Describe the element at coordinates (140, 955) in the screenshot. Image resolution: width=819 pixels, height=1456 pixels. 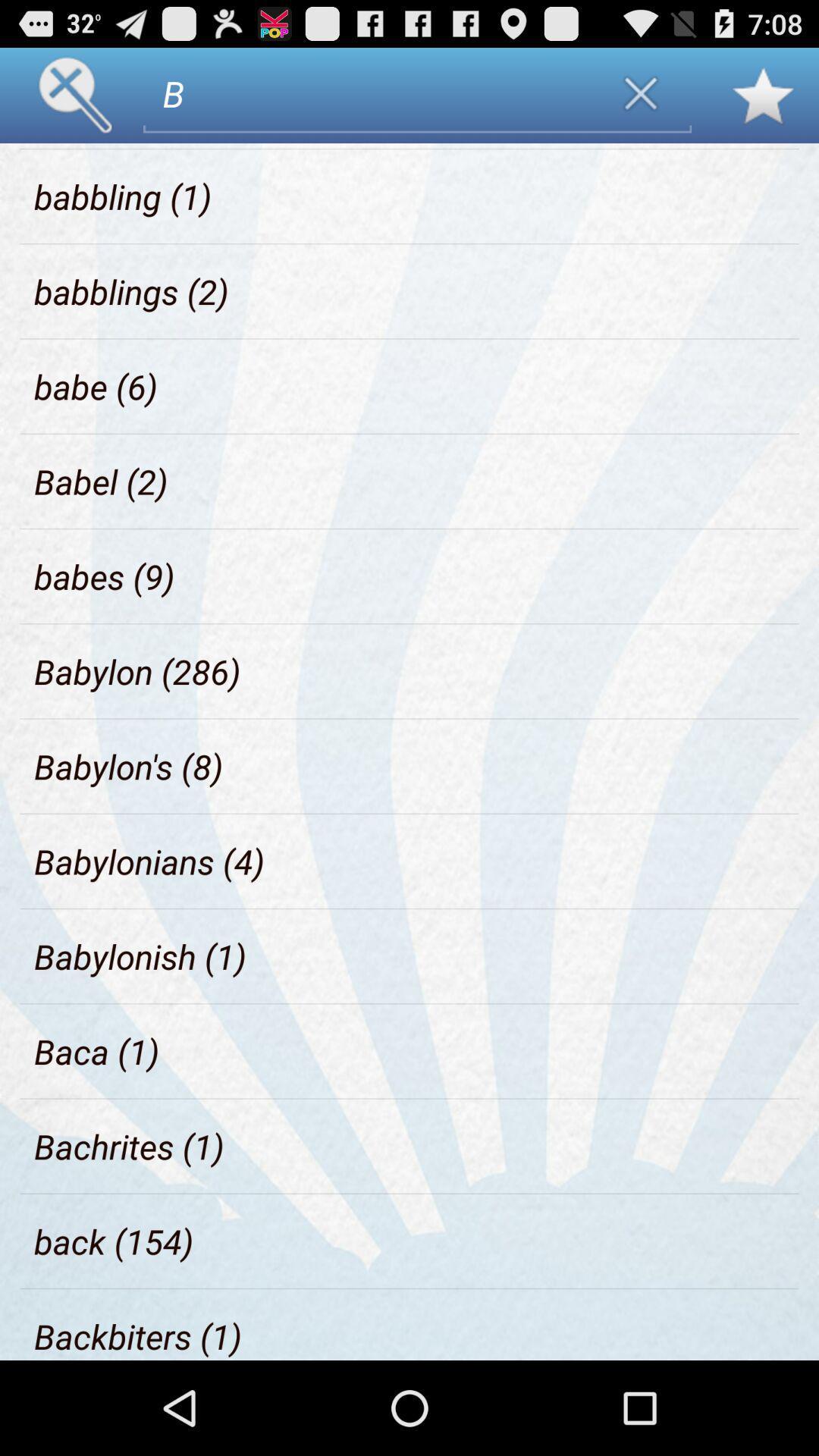
I see `the babylonish (1) item` at that location.